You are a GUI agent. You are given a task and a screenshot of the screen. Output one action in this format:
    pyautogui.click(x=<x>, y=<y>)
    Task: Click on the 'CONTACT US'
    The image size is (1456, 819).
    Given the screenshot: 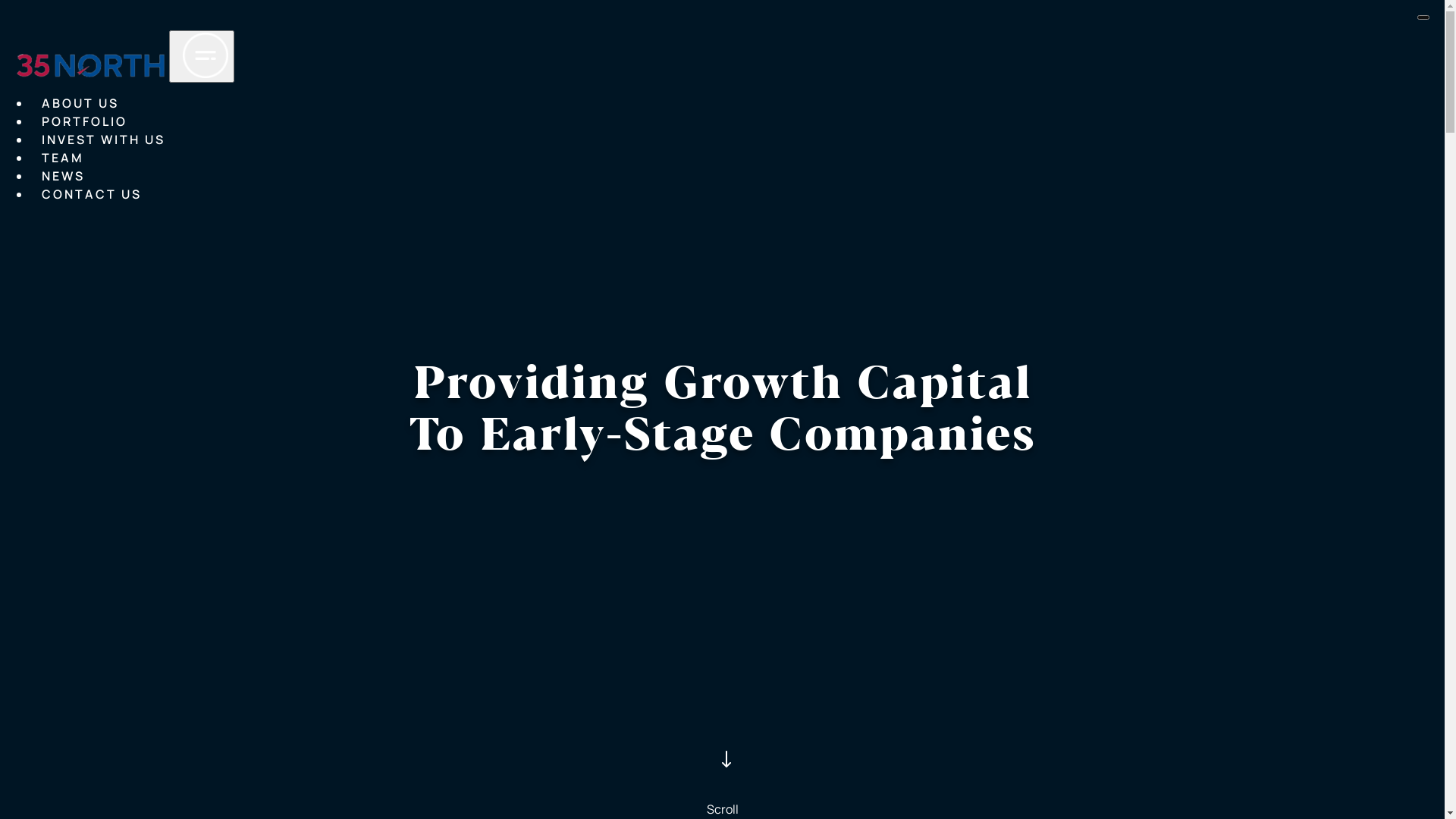 What is the action you would take?
    pyautogui.click(x=41, y=194)
    